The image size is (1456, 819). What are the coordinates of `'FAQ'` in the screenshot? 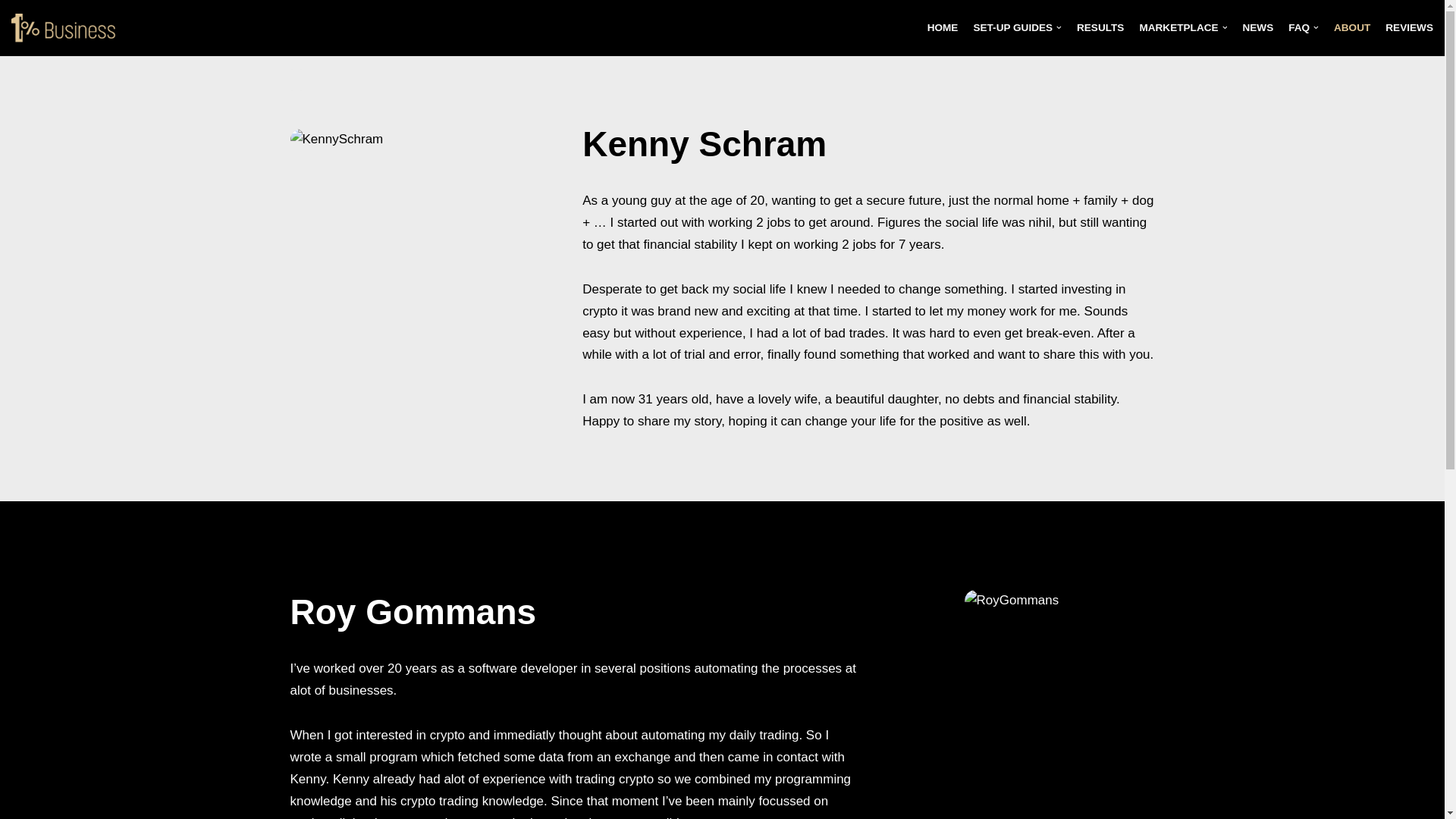 It's located at (1302, 27).